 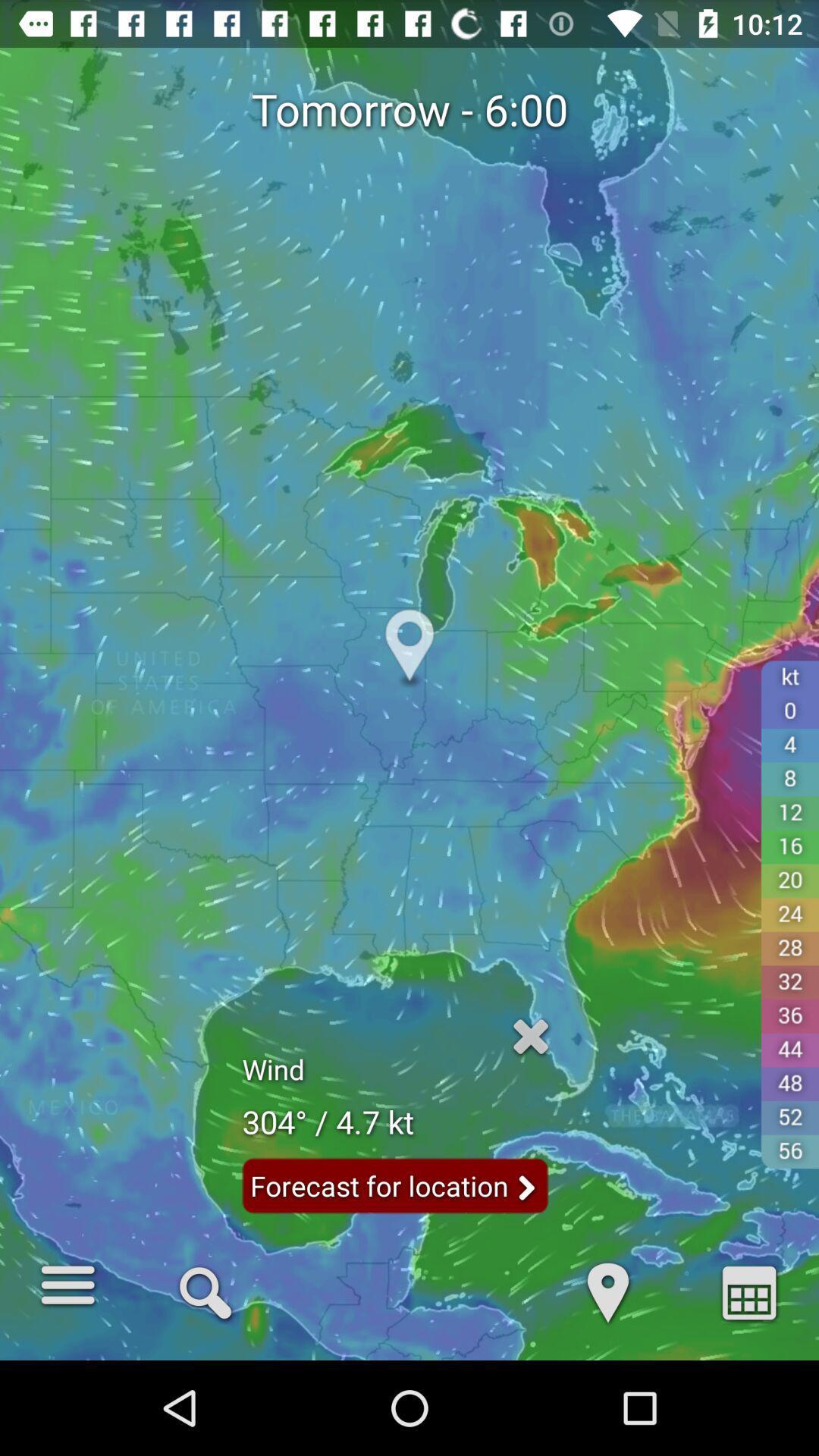 I want to click on the icon below tomorrow - 6:00 item, so click(x=206, y=1291).